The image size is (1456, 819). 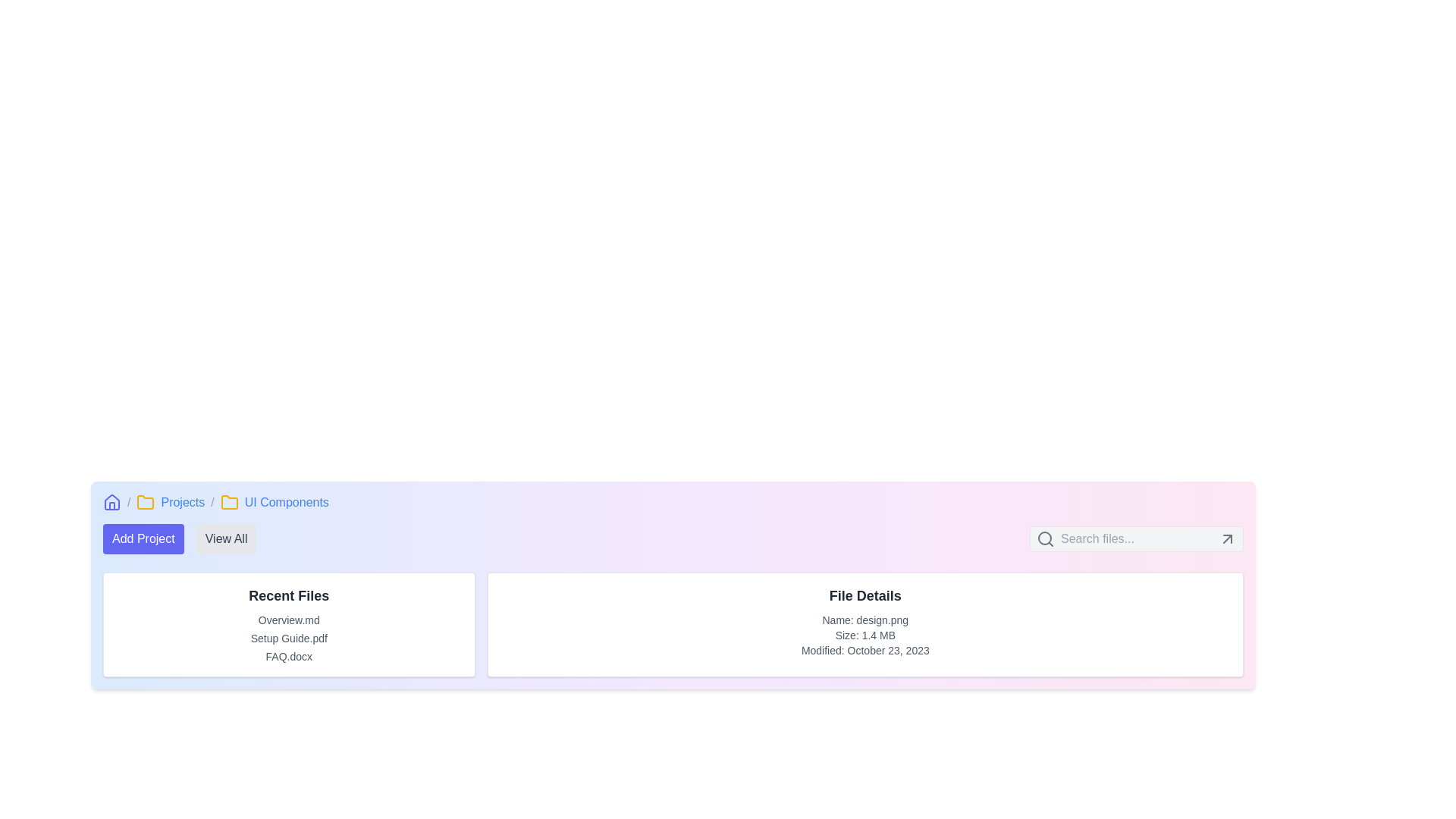 I want to click on the house icon in the breadcrumb navigation bar, so click(x=111, y=502).